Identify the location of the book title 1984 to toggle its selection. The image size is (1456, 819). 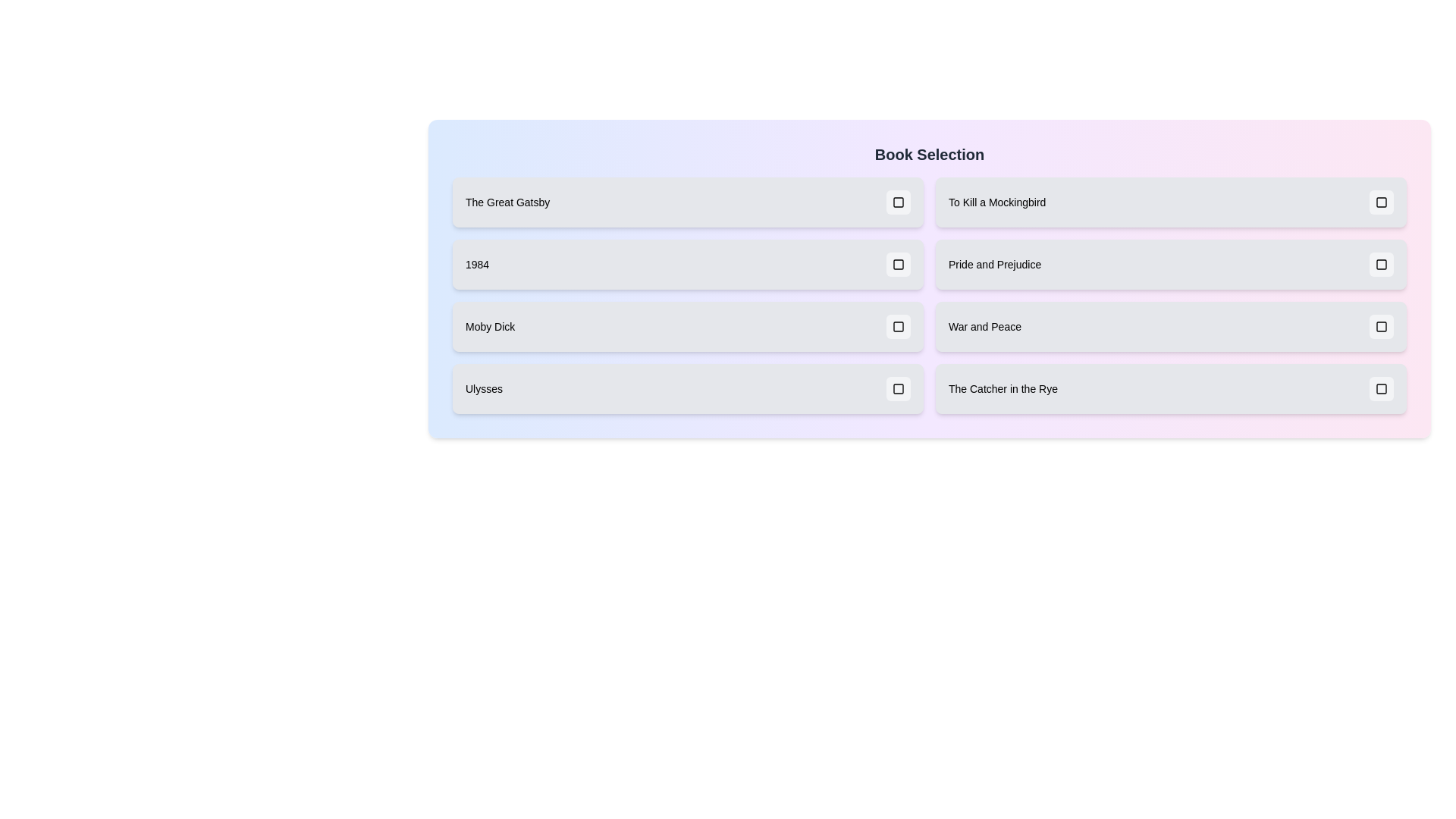
(687, 263).